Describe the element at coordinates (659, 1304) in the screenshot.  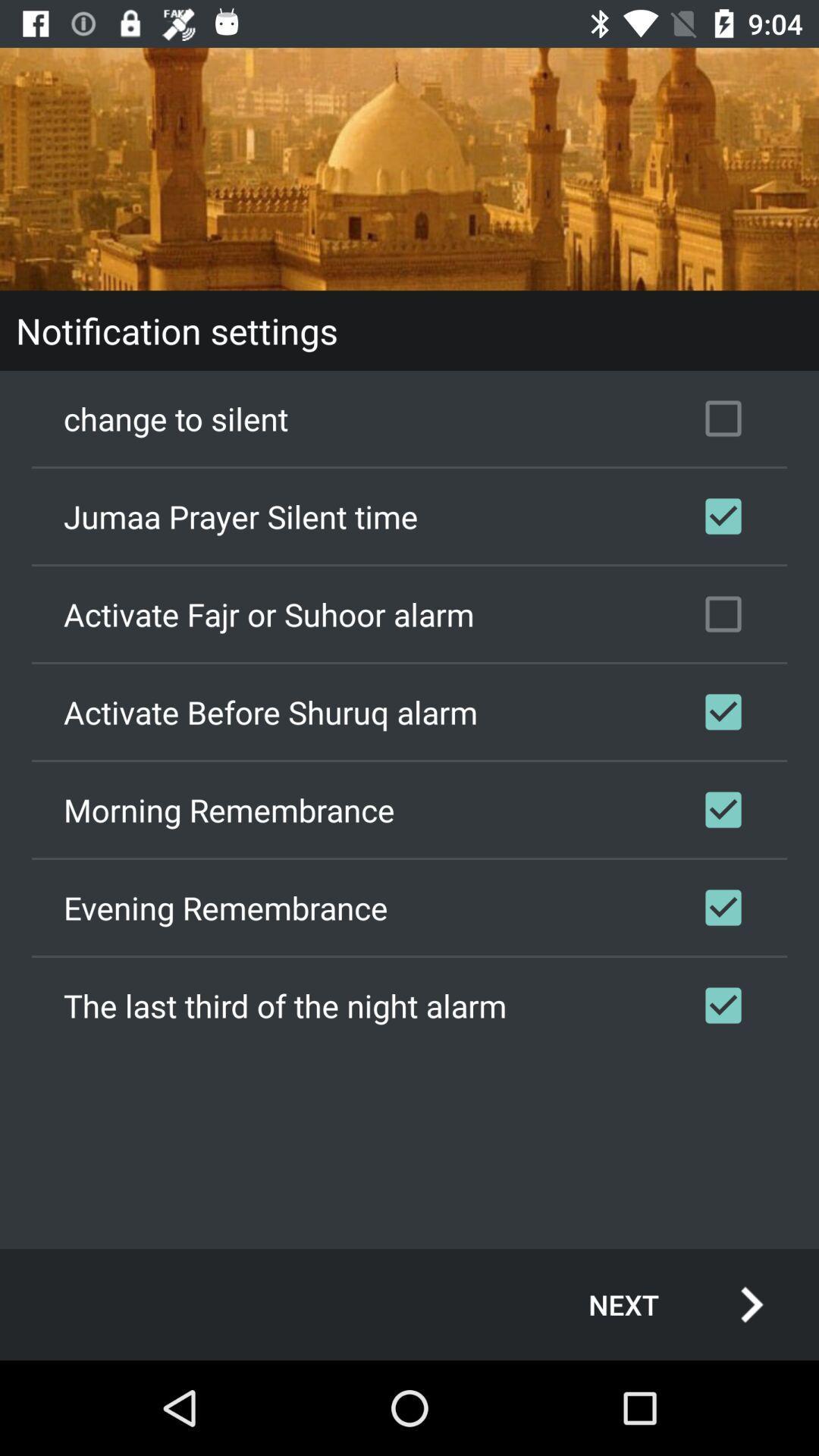
I see `next item` at that location.